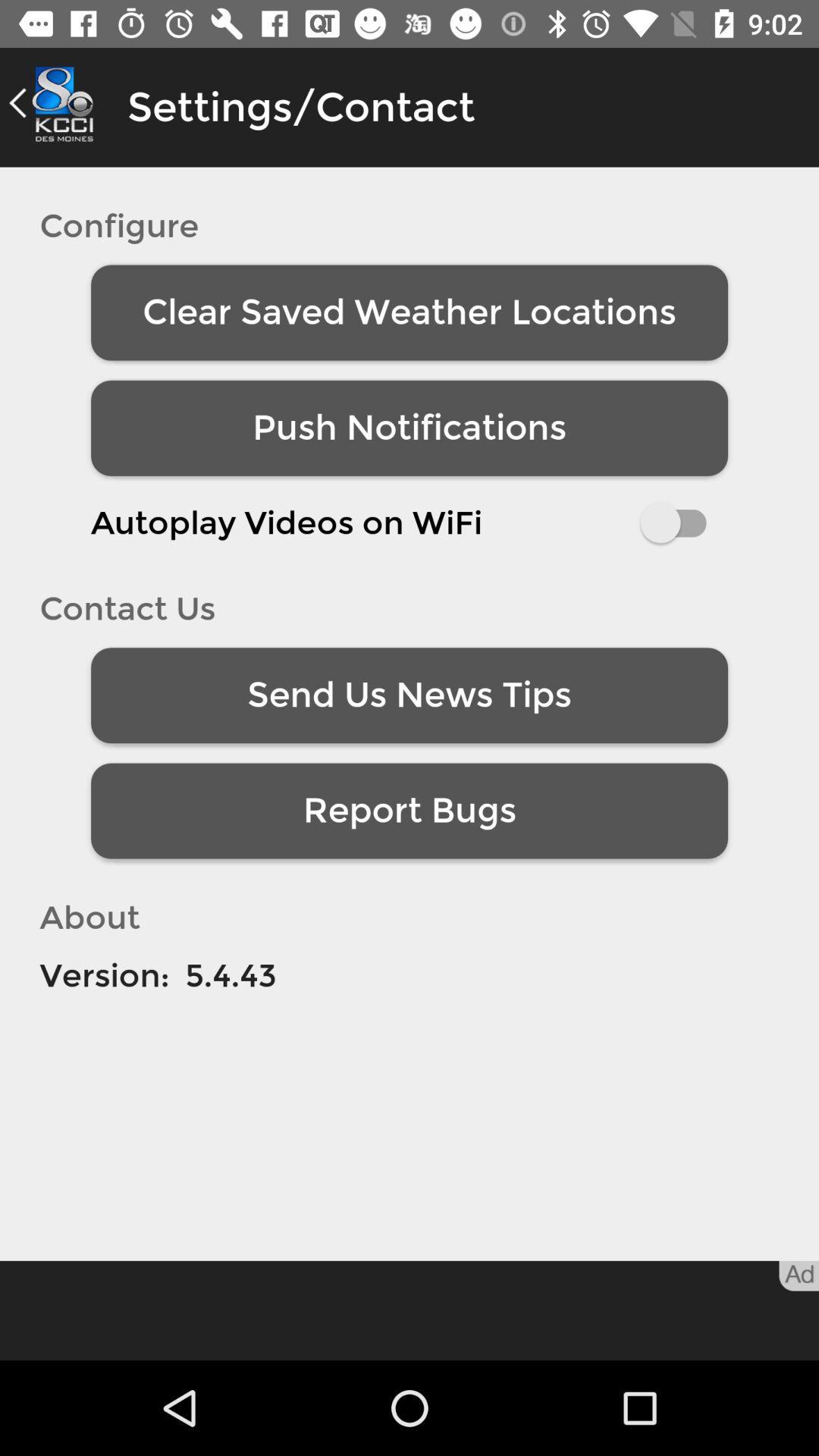 The image size is (819, 1456). What do you see at coordinates (409, 427) in the screenshot?
I see `push notifications` at bounding box center [409, 427].